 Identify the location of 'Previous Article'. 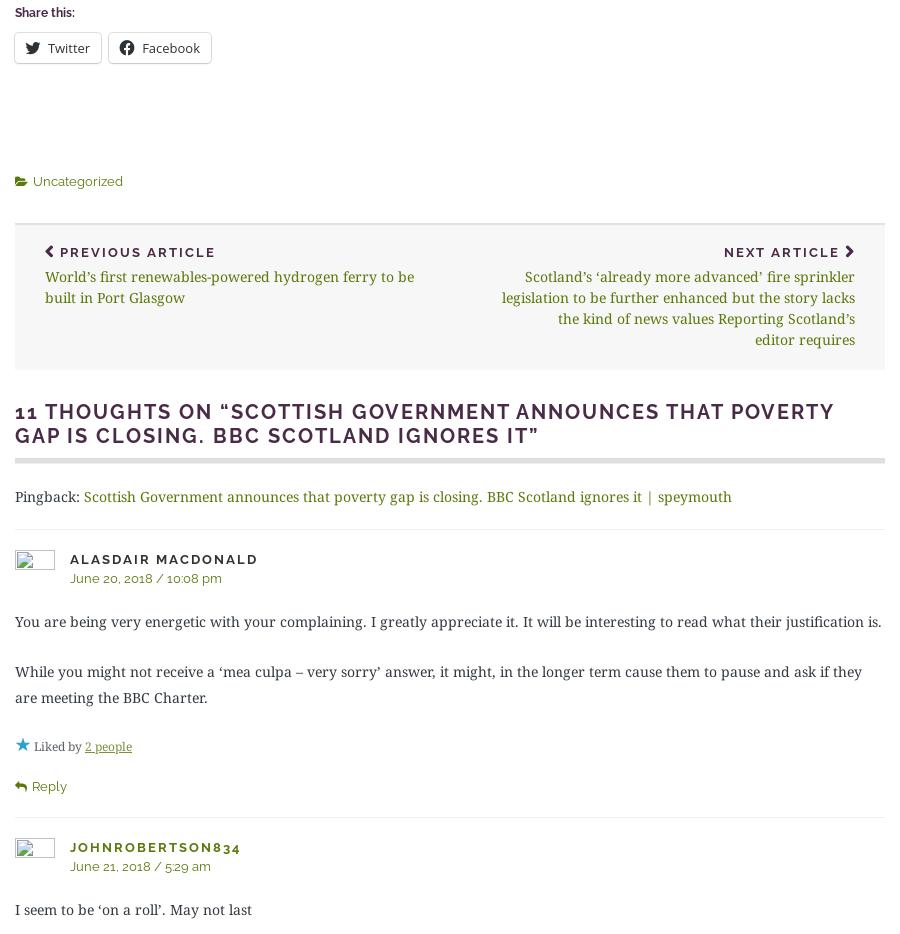
(137, 252).